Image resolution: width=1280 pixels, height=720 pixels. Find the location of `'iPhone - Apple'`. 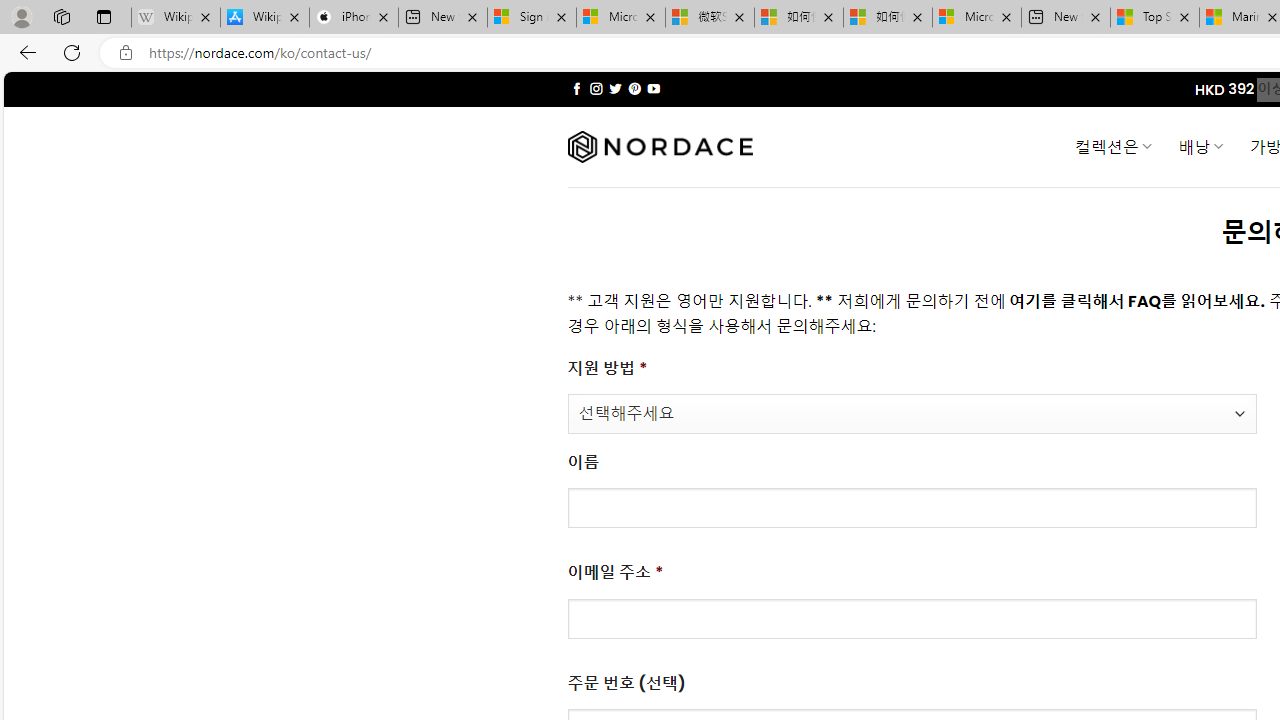

'iPhone - Apple' is located at coordinates (353, 17).